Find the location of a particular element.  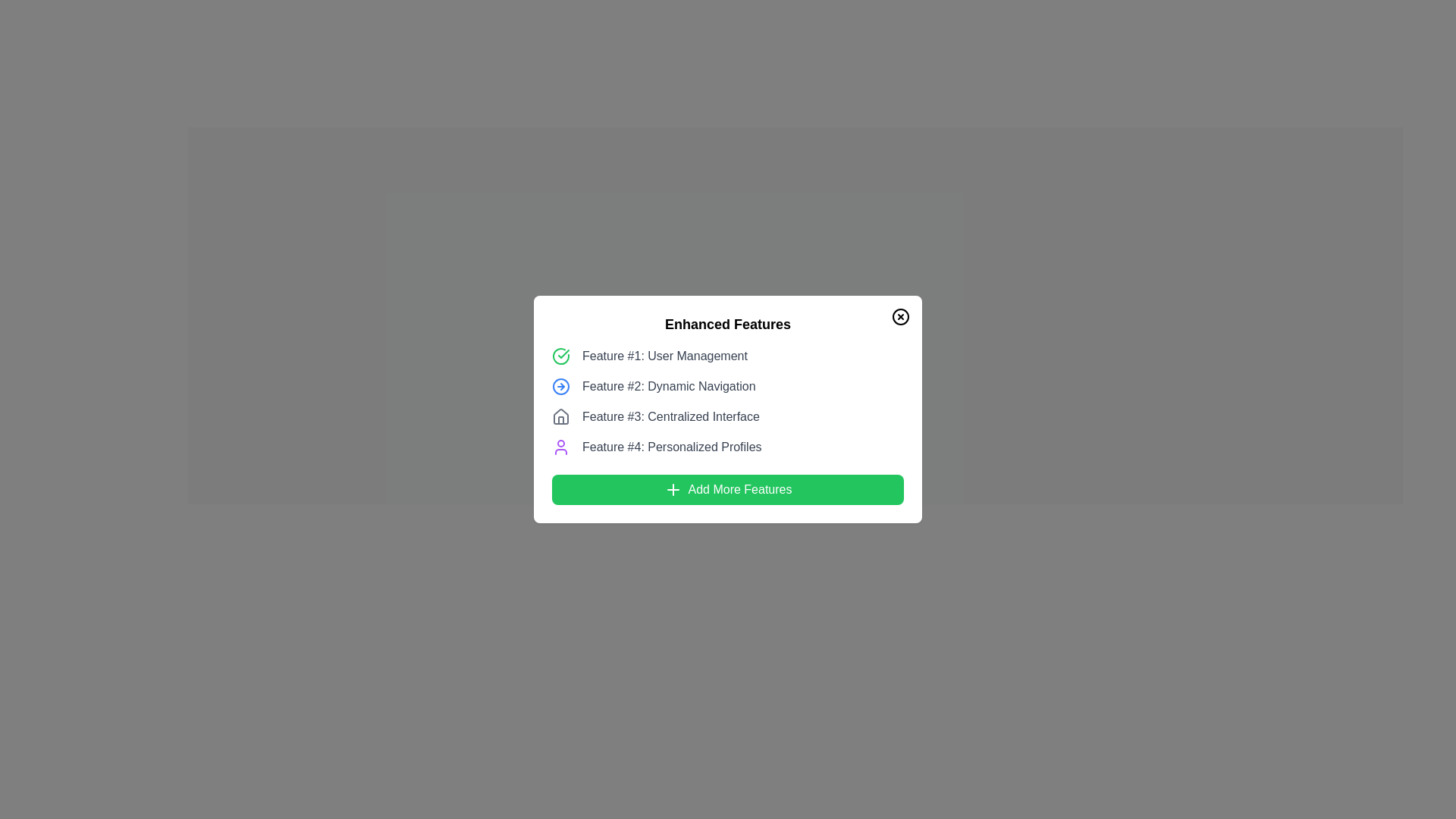

the text label displaying 'Enhanced Features' in bold font style, which is located at the top segment of the interface within a rounded white background is located at coordinates (728, 324).